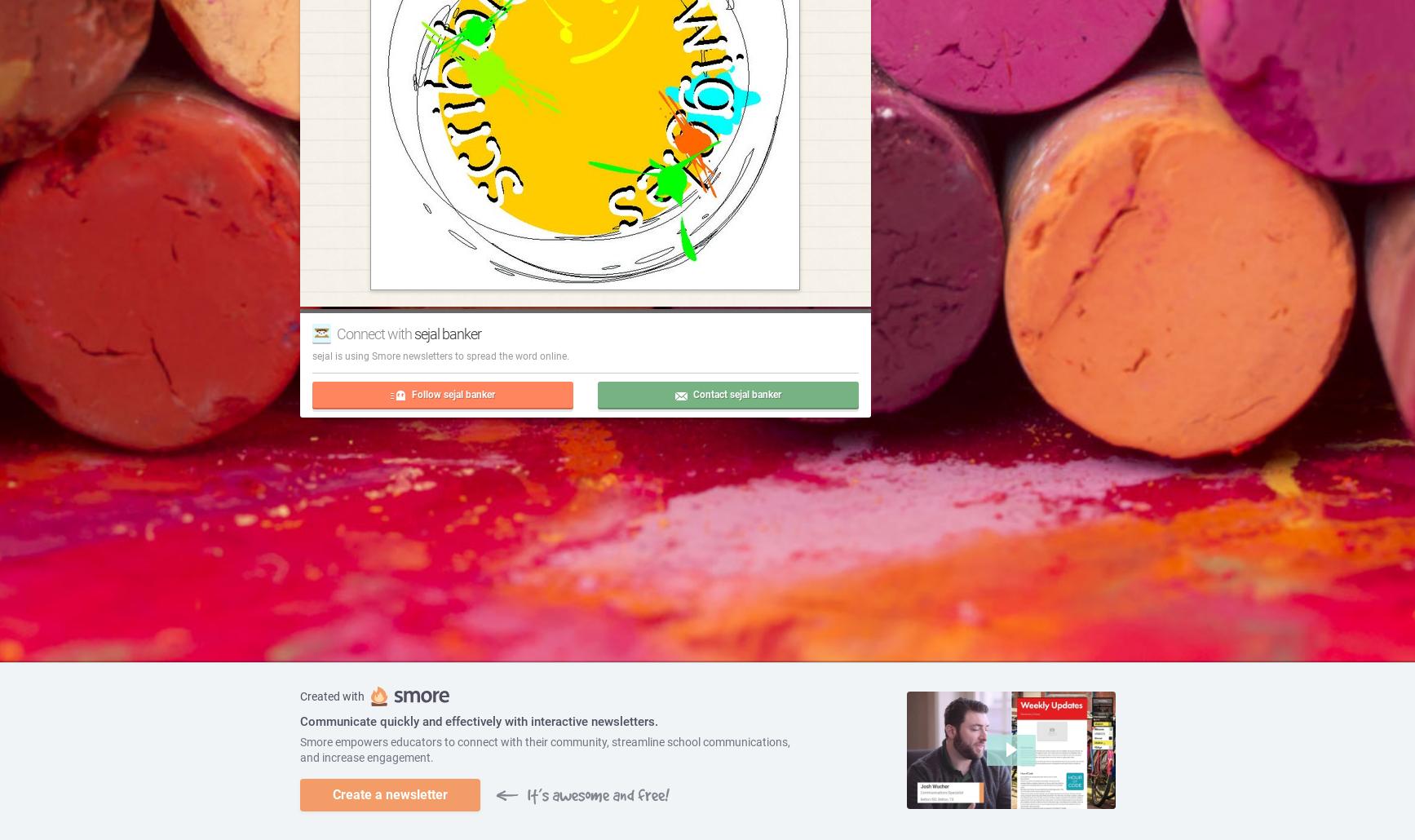  What do you see at coordinates (374, 333) in the screenshot?
I see `'Connect with'` at bounding box center [374, 333].